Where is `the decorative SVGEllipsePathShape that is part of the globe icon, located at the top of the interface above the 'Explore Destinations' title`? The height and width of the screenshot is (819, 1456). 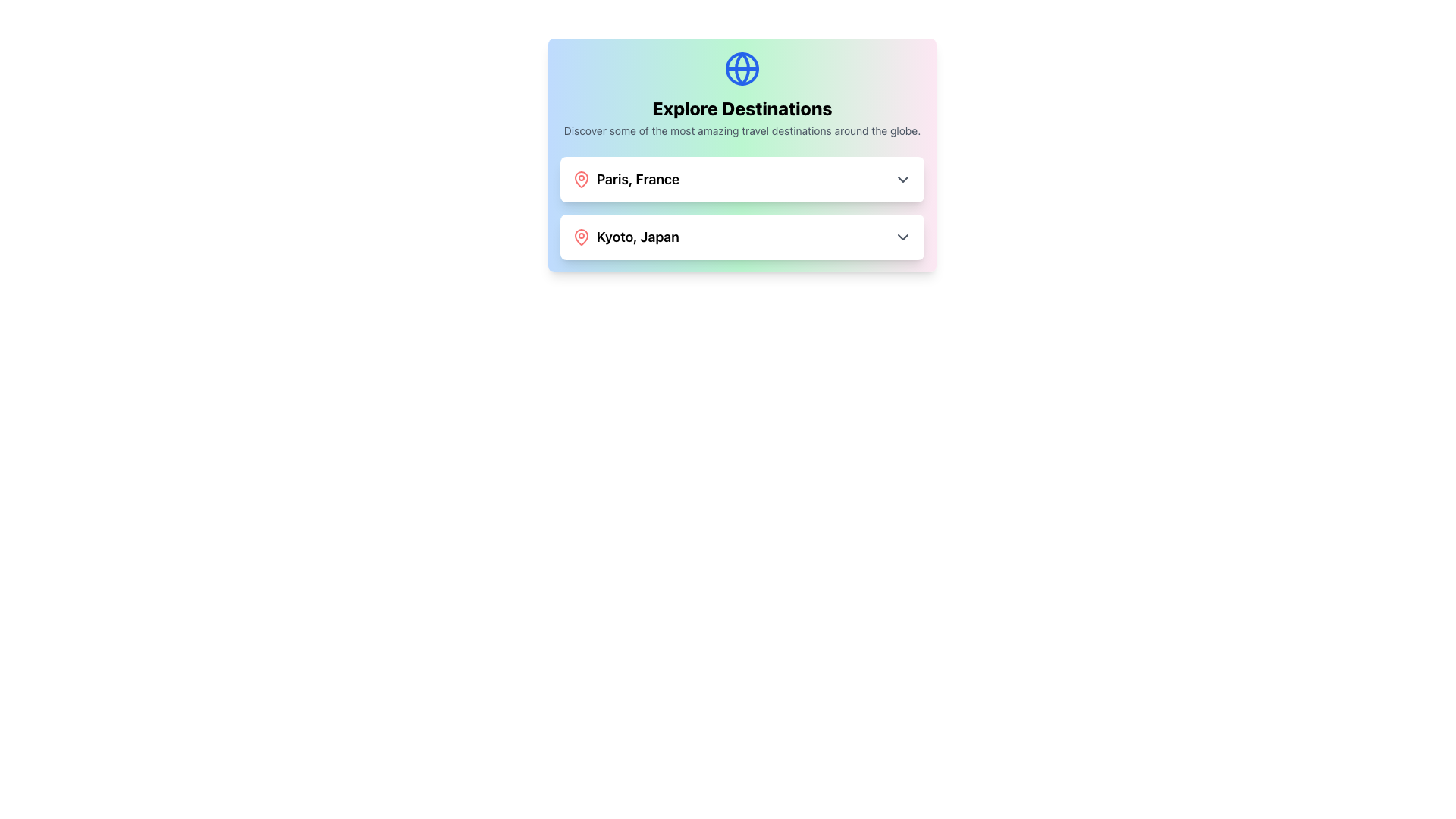
the decorative SVGEllipsePathShape that is part of the globe icon, located at the top of the interface above the 'Explore Destinations' title is located at coordinates (742, 69).